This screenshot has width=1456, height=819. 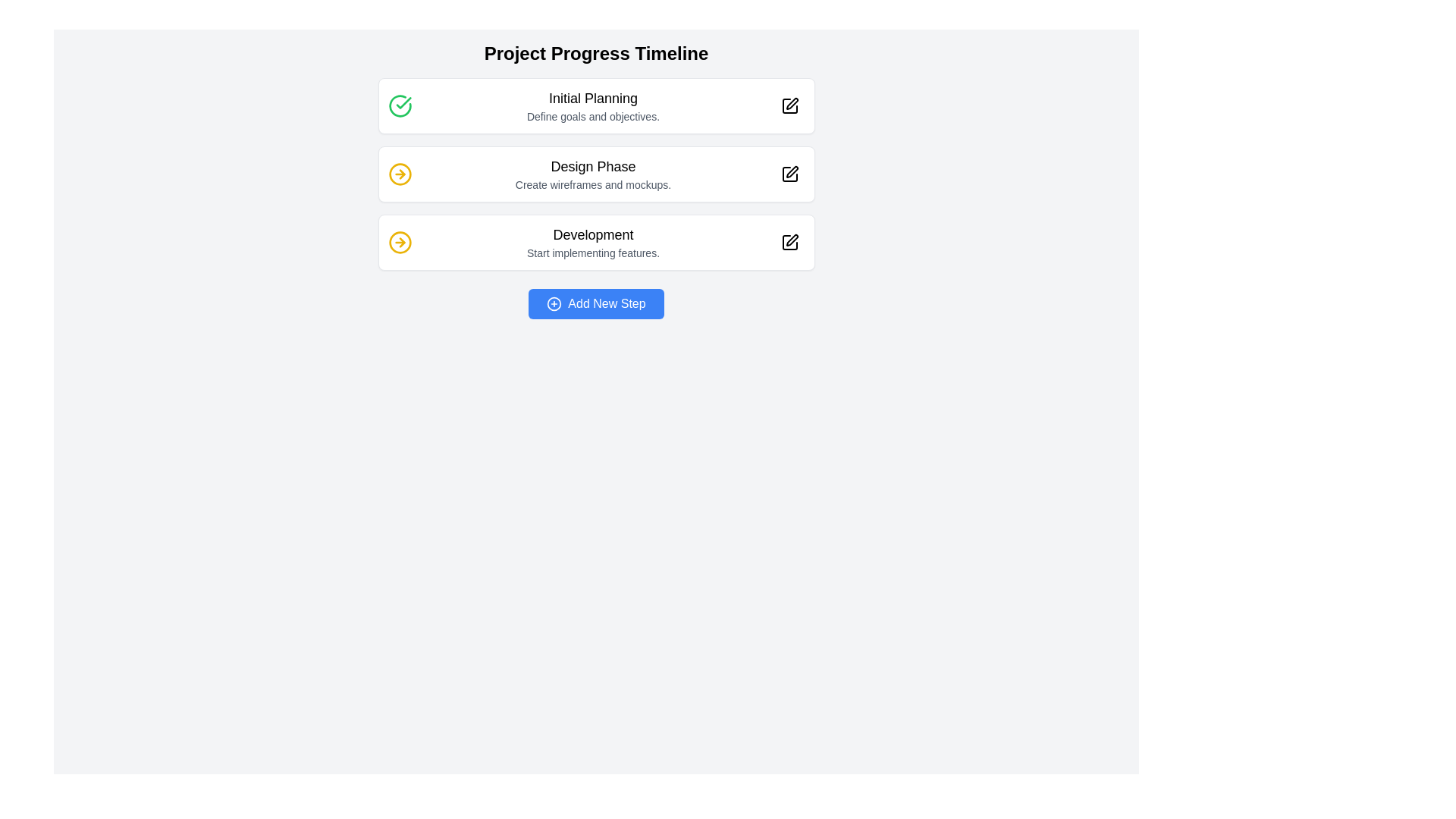 I want to click on the static textual content that serves as a title and description for a specific task in the project workflow, located in the first box below the header 'Project Progress Timeline', so click(x=592, y=105).